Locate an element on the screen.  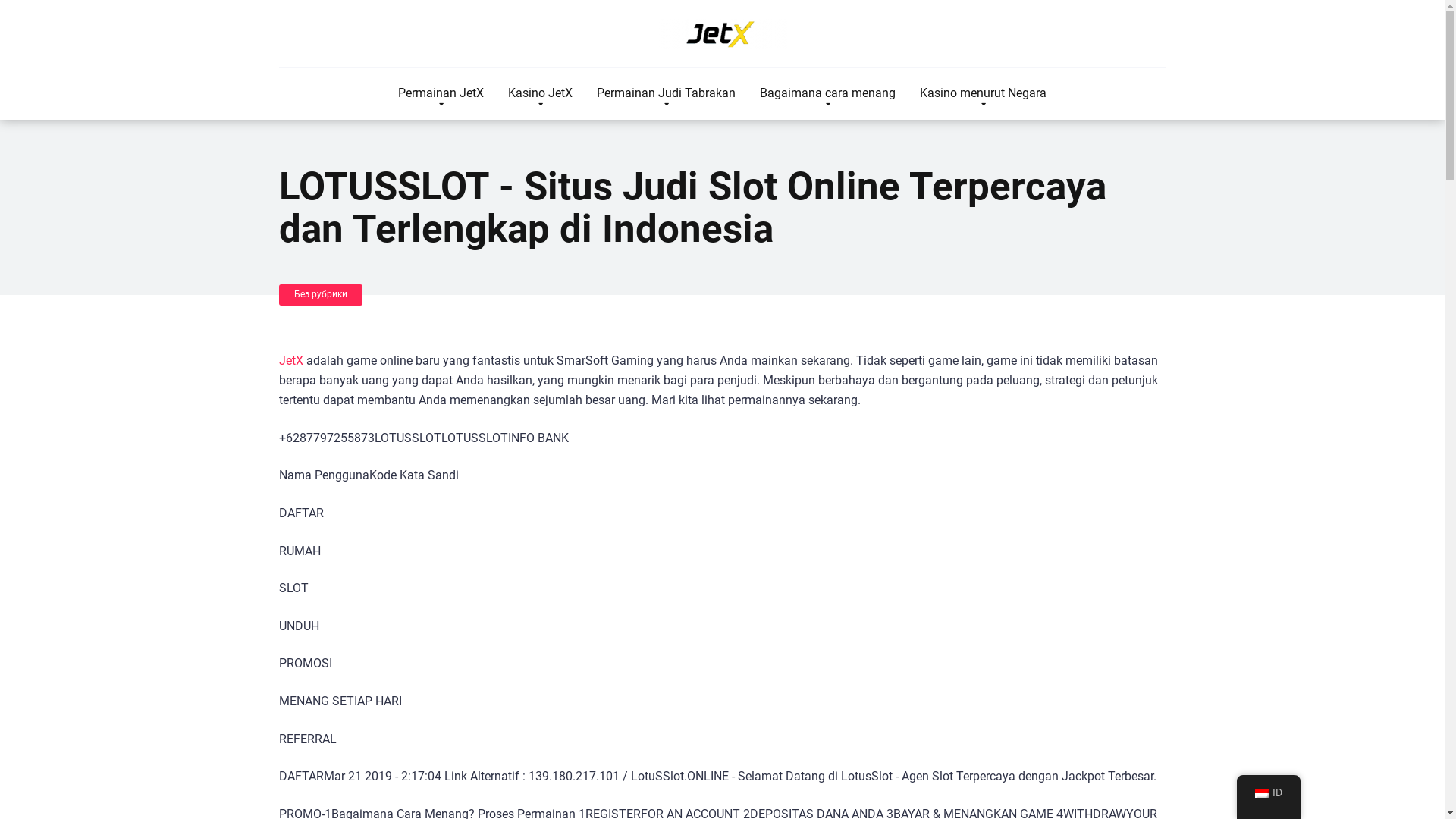
'Permainan Judi Tabrakan' is located at coordinates (666, 93).